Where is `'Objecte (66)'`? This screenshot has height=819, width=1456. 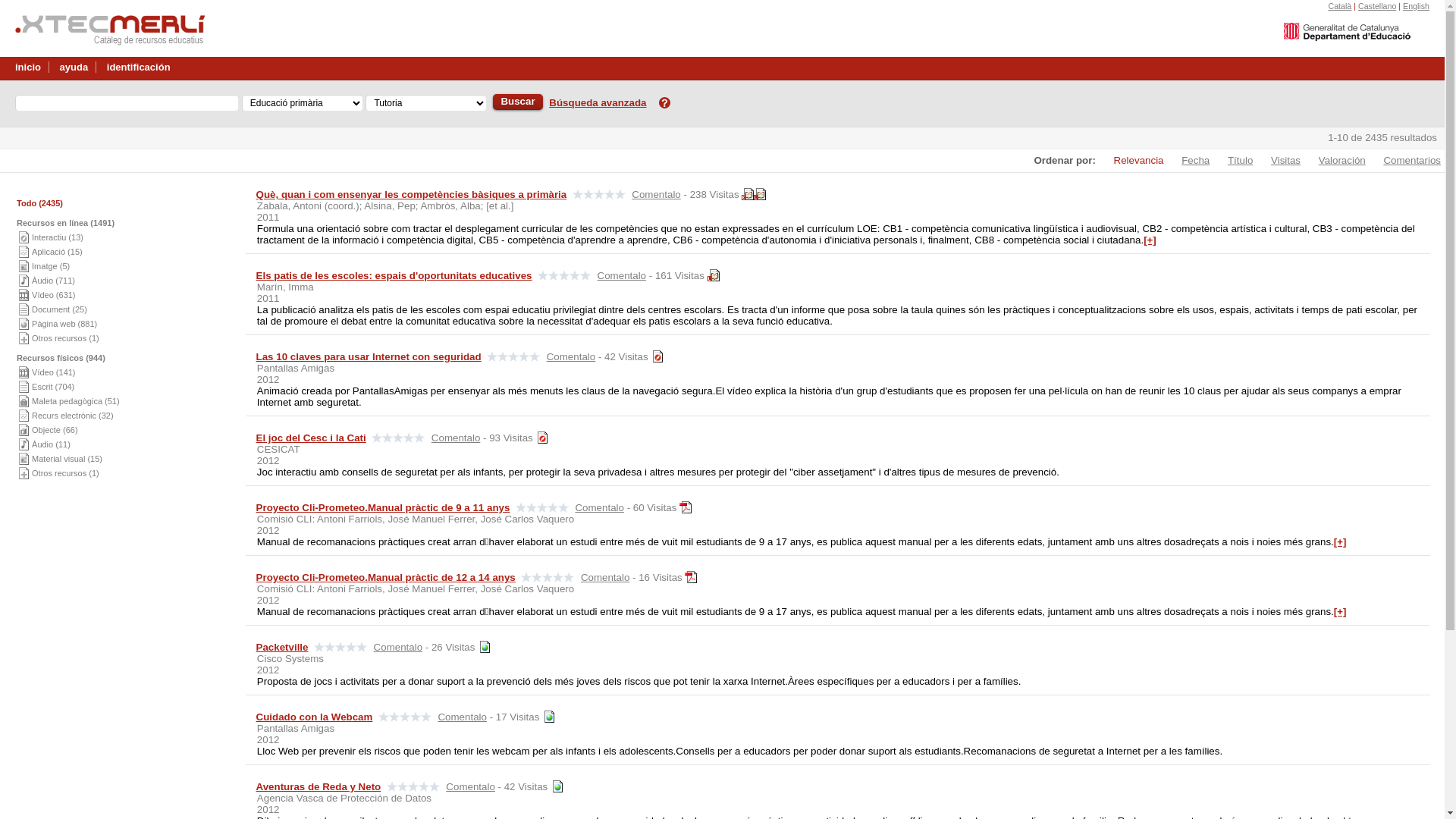 'Objecte (66)' is located at coordinates (55, 430).